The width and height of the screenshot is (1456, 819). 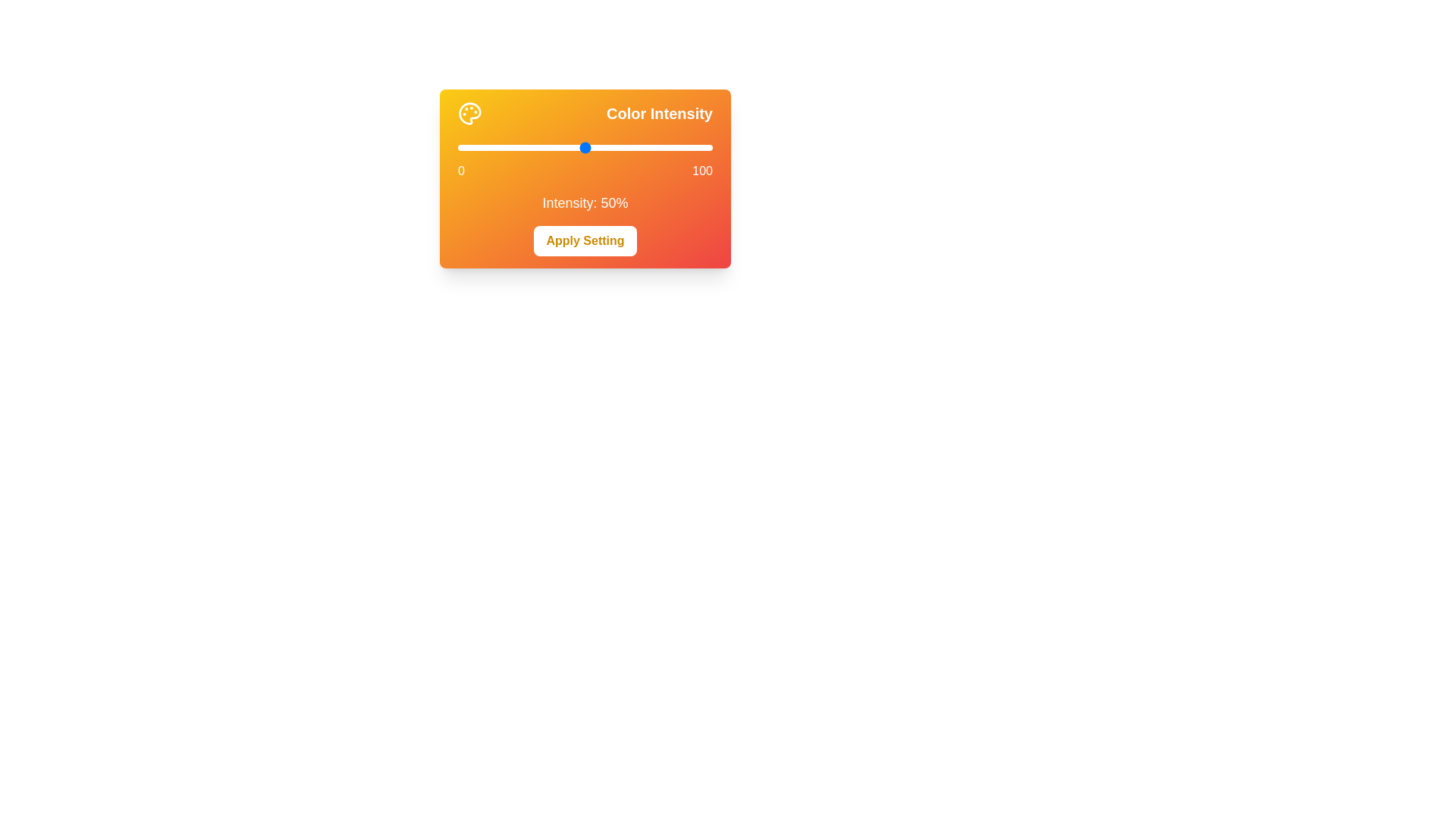 What do you see at coordinates (585, 240) in the screenshot?
I see `the 'Apply Setting' button to apply the current intensity` at bounding box center [585, 240].